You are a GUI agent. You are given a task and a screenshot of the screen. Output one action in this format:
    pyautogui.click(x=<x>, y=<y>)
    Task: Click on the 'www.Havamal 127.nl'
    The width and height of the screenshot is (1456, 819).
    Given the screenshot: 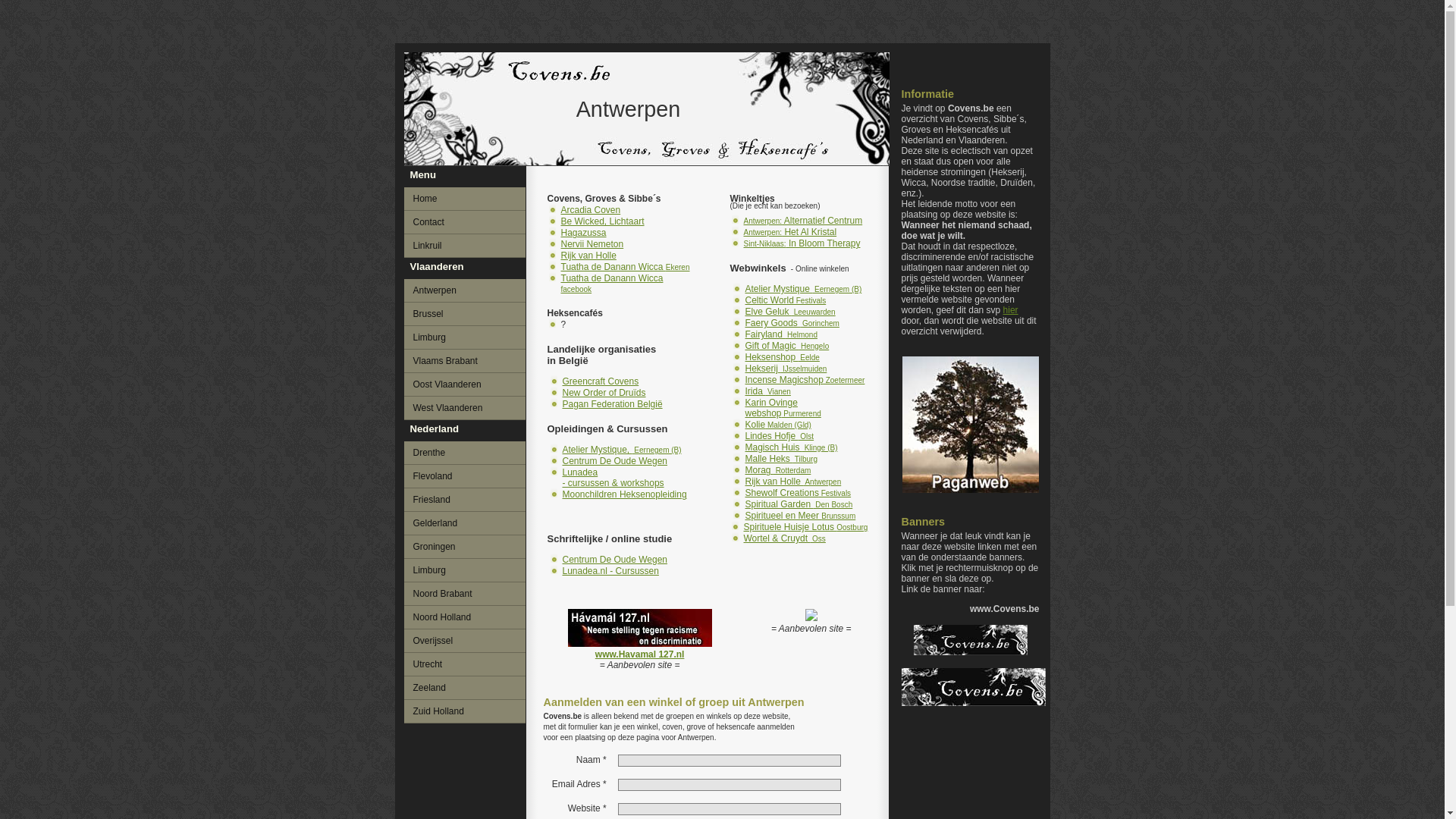 What is the action you would take?
    pyautogui.click(x=640, y=648)
    